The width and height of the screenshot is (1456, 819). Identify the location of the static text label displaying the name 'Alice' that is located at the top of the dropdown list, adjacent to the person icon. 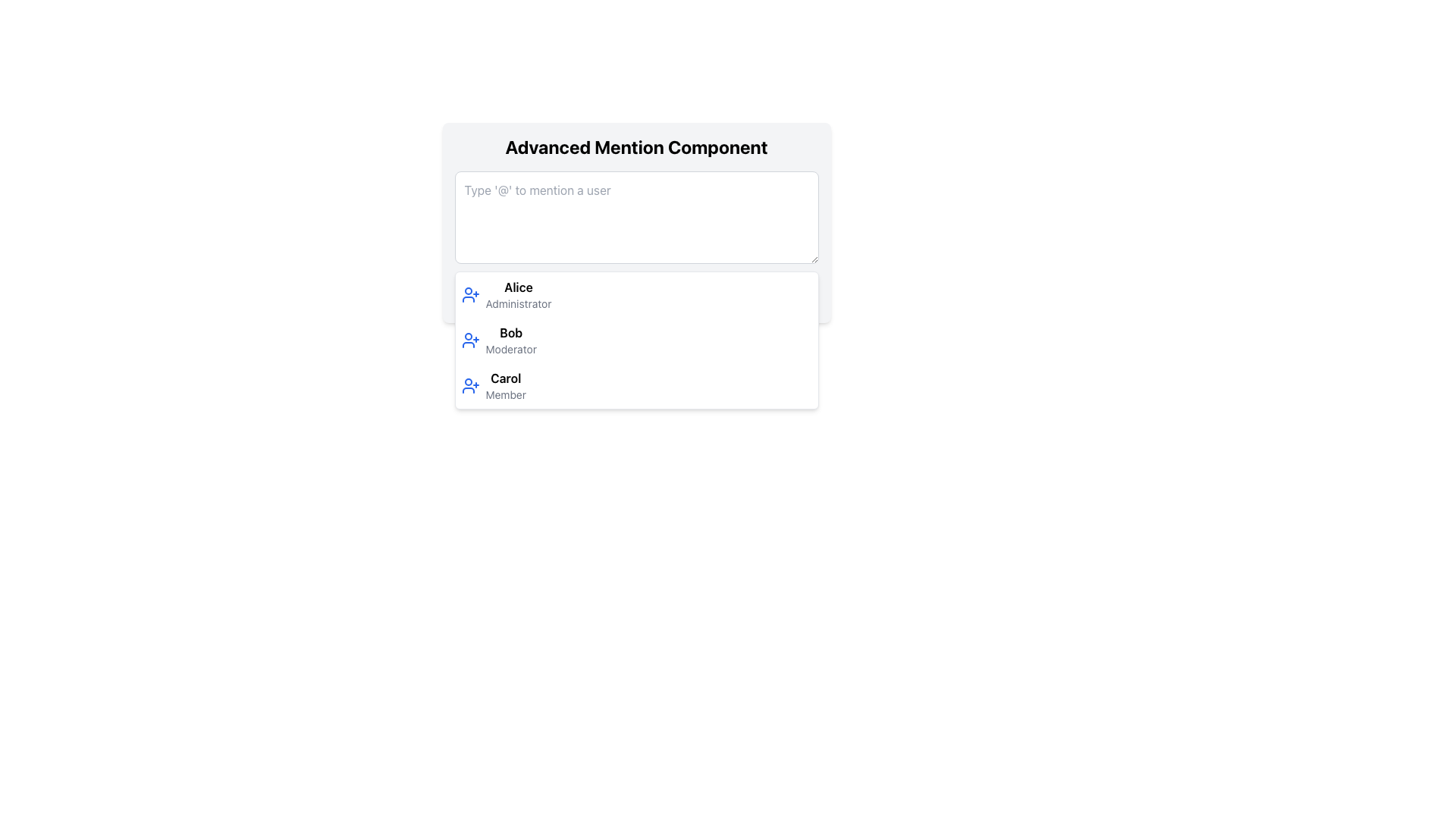
(518, 287).